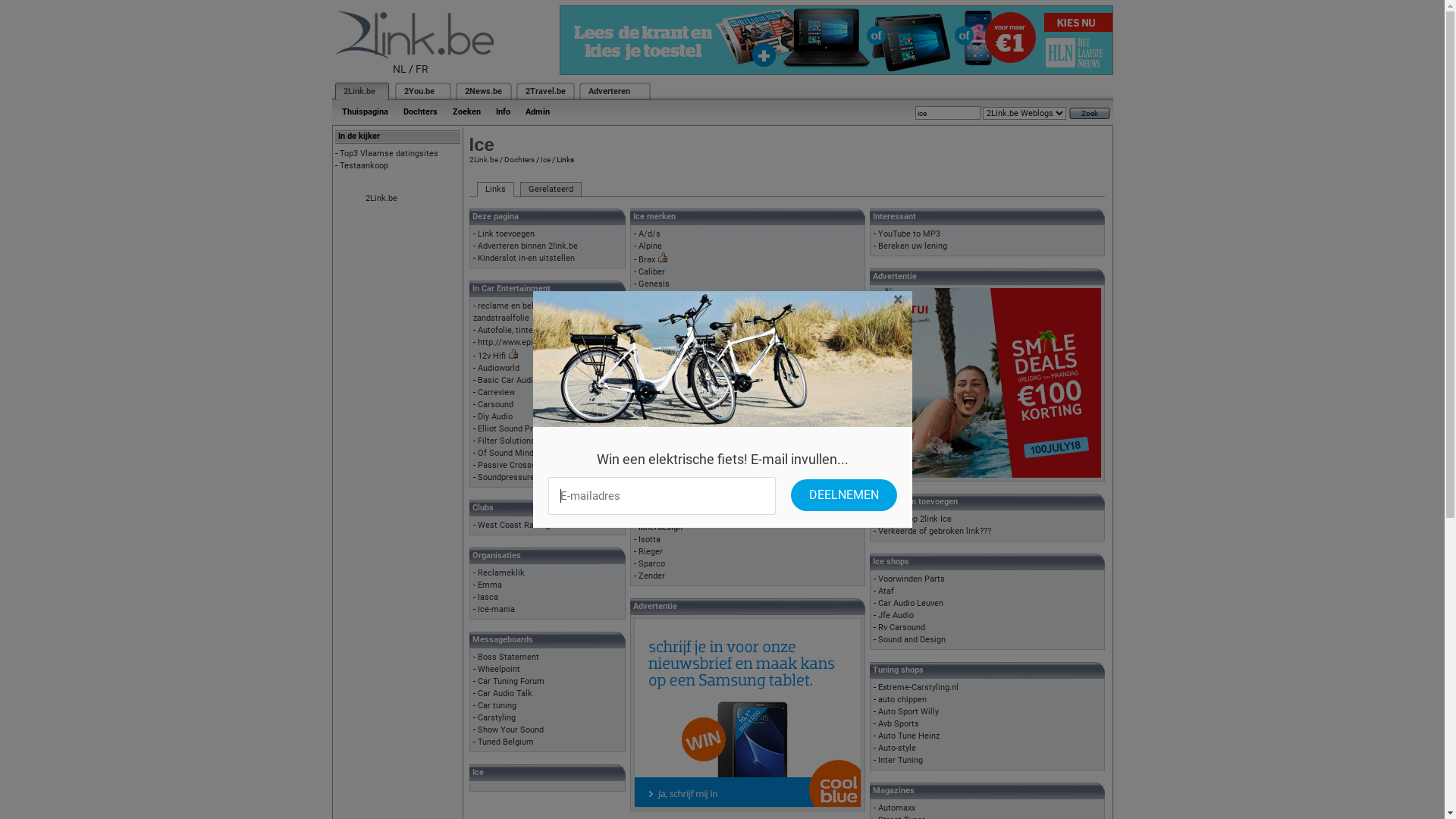 The height and width of the screenshot is (819, 1456). What do you see at coordinates (537, 111) in the screenshot?
I see `'Admin'` at bounding box center [537, 111].